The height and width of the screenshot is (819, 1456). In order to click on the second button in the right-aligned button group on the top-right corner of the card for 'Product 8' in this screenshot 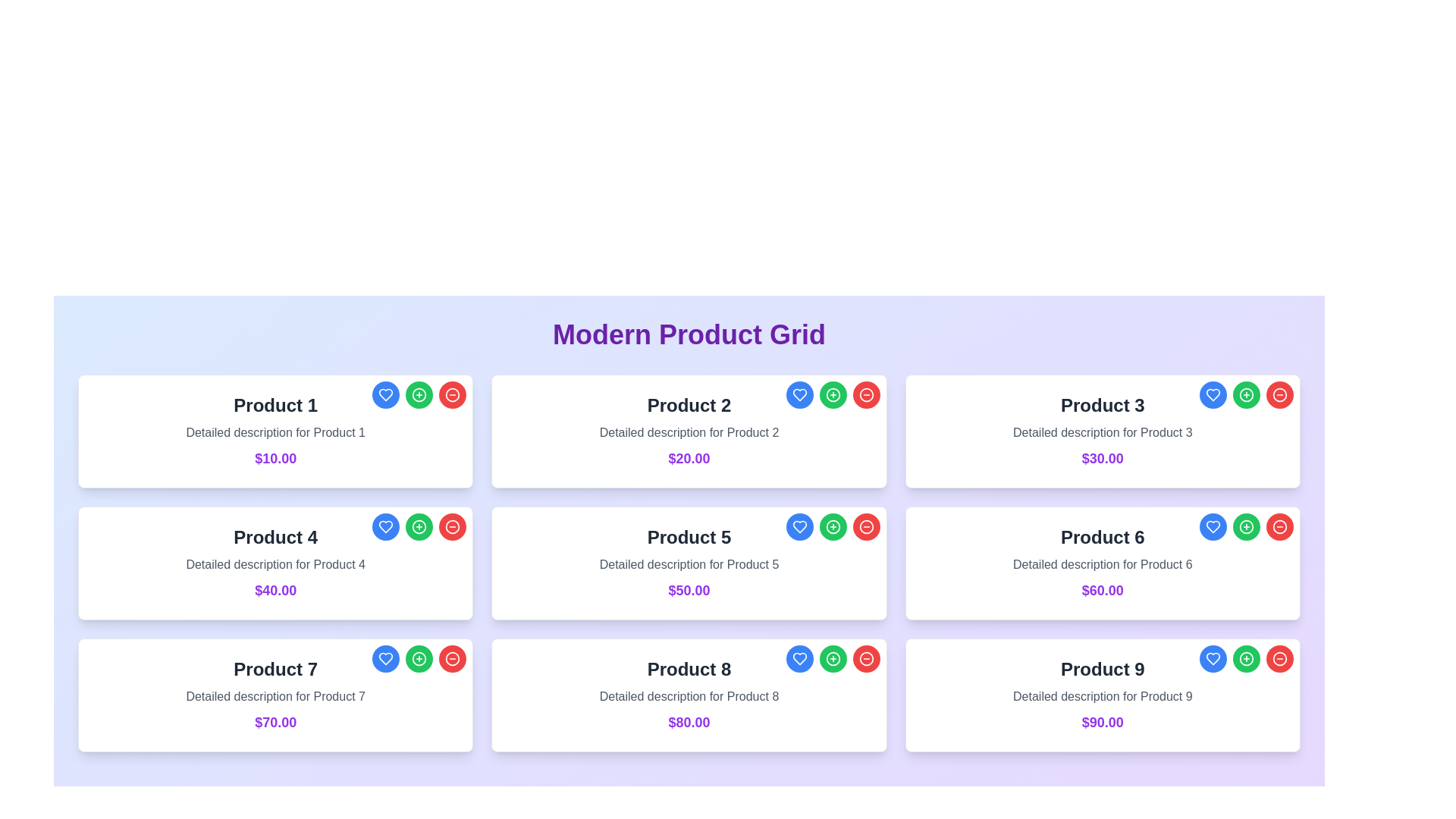, I will do `click(832, 657)`.